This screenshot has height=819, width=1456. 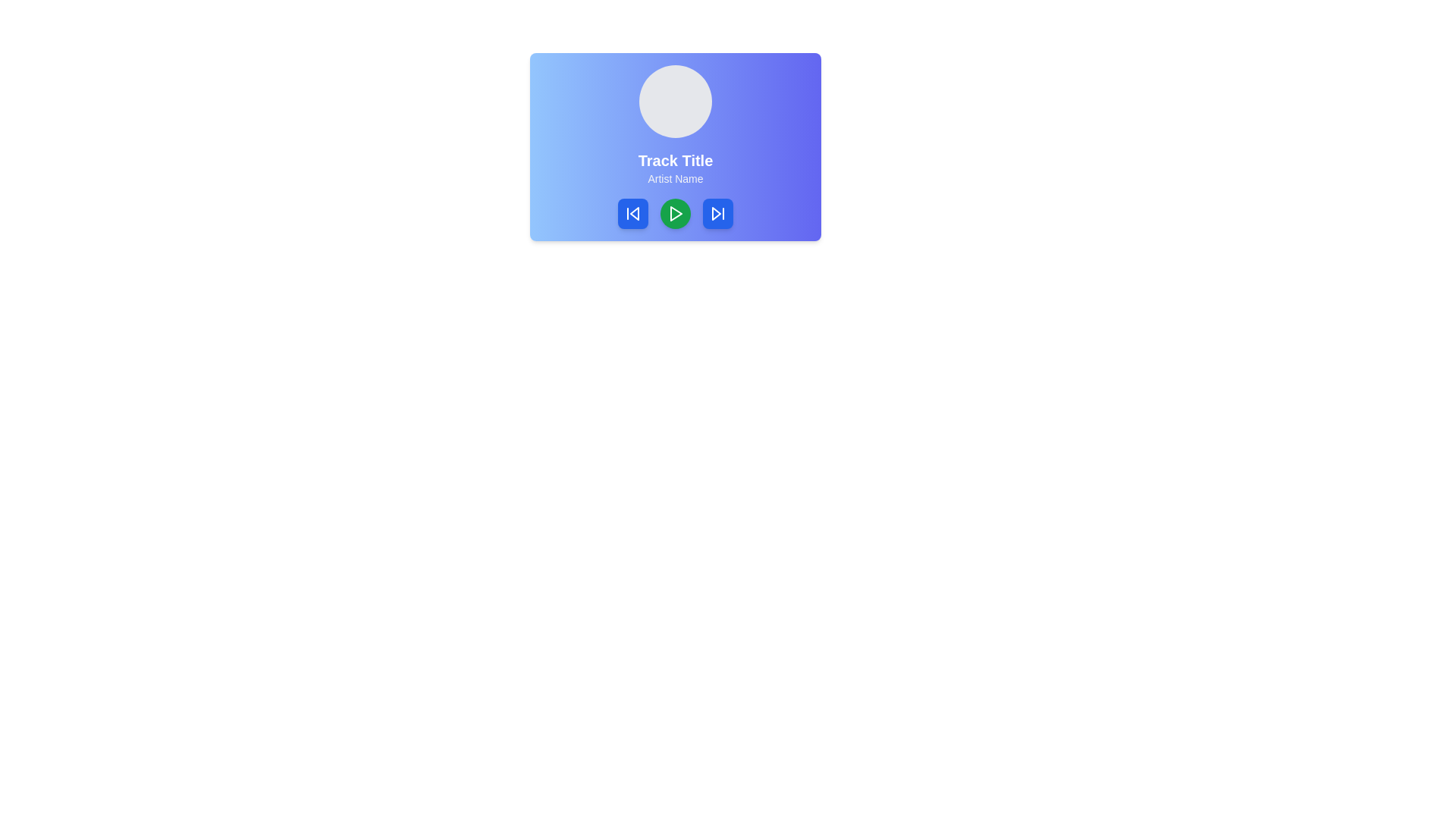 I want to click on the right-facing triangular play icon within the circular play button of the media player interface for keyboard interaction, so click(x=676, y=213).